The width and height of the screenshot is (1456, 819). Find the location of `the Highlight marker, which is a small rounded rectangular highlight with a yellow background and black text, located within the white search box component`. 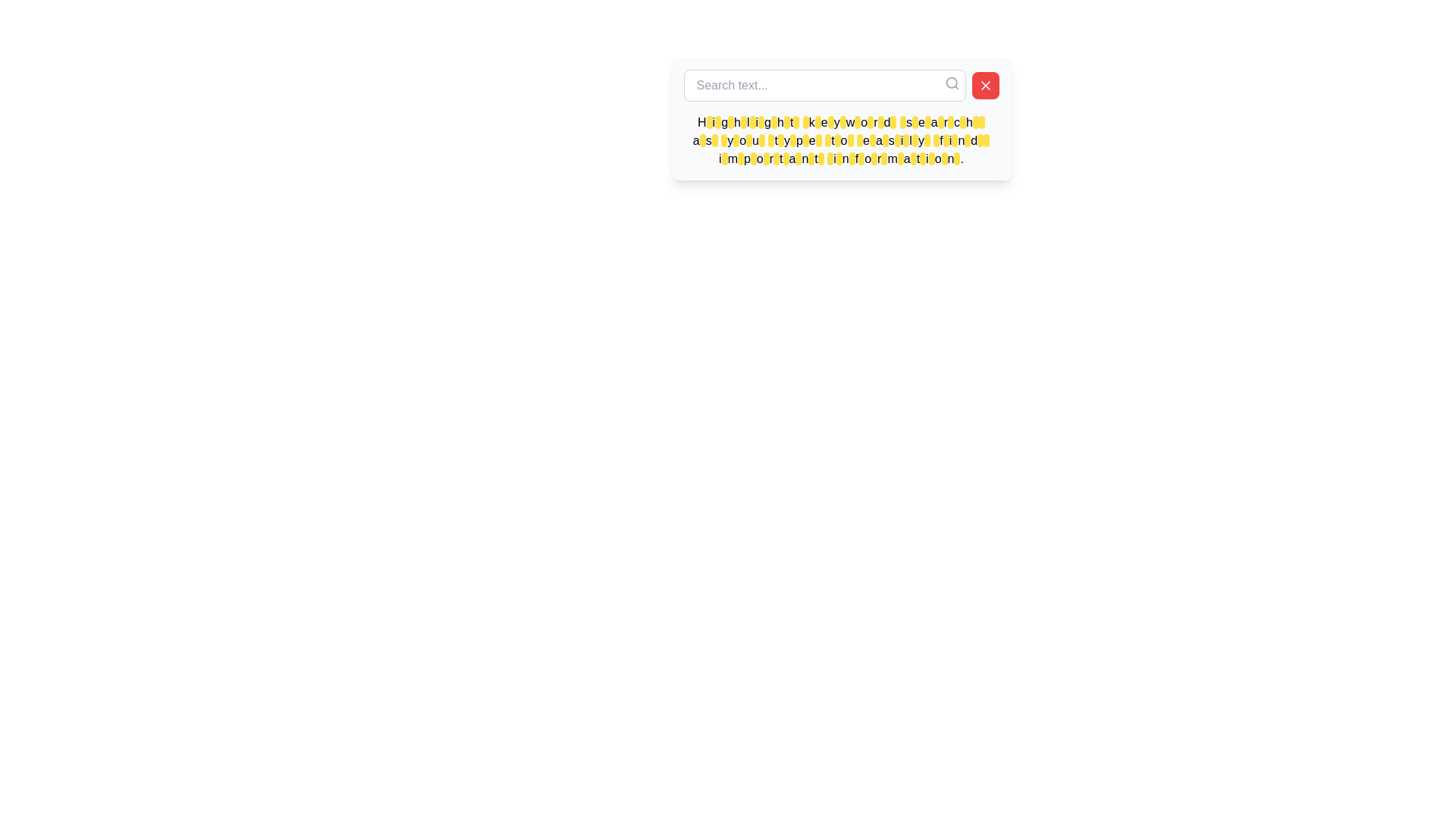

the Highlight marker, which is a small rounded rectangular highlight with a yellow background and black text, located within the white search box component is located at coordinates (885, 140).